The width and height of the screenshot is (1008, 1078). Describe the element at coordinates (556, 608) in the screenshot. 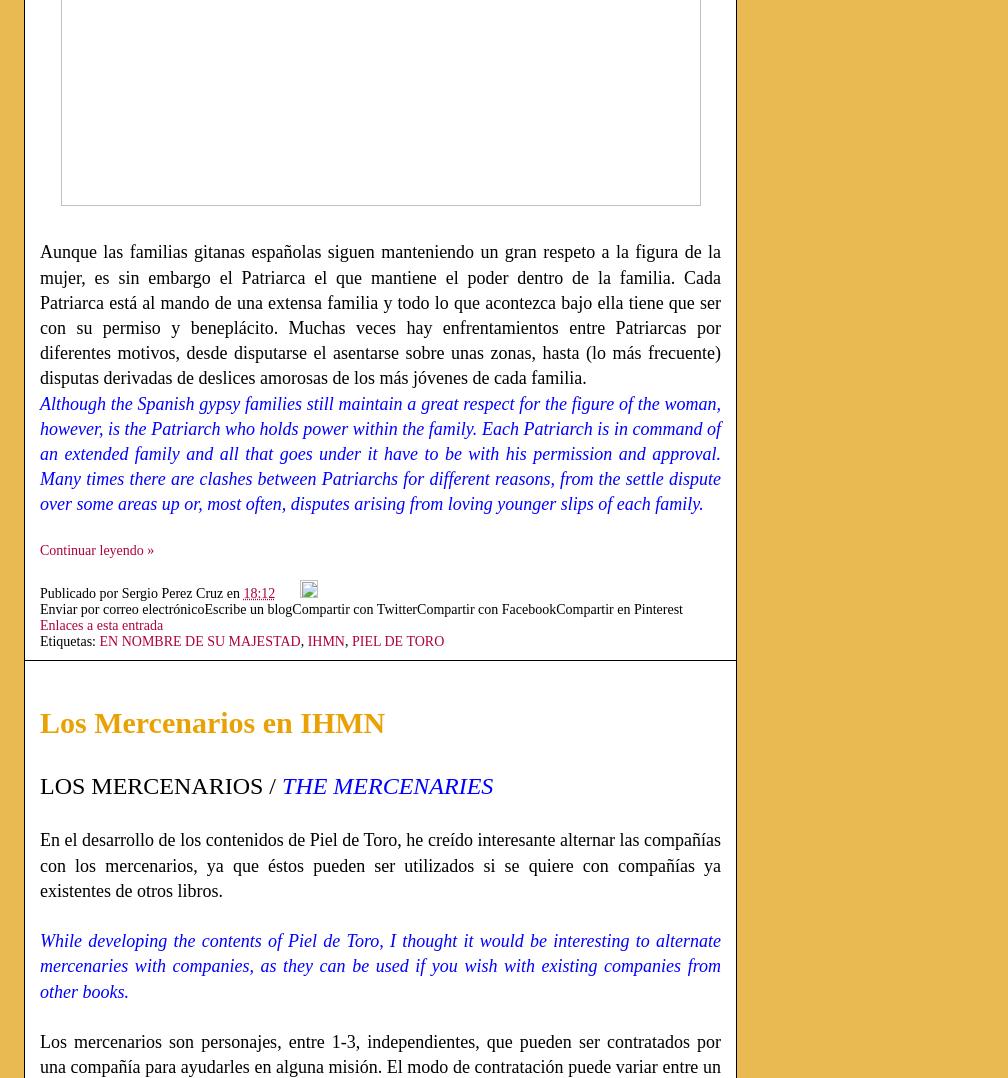

I see `'Compartir en Pinterest'` at that location.